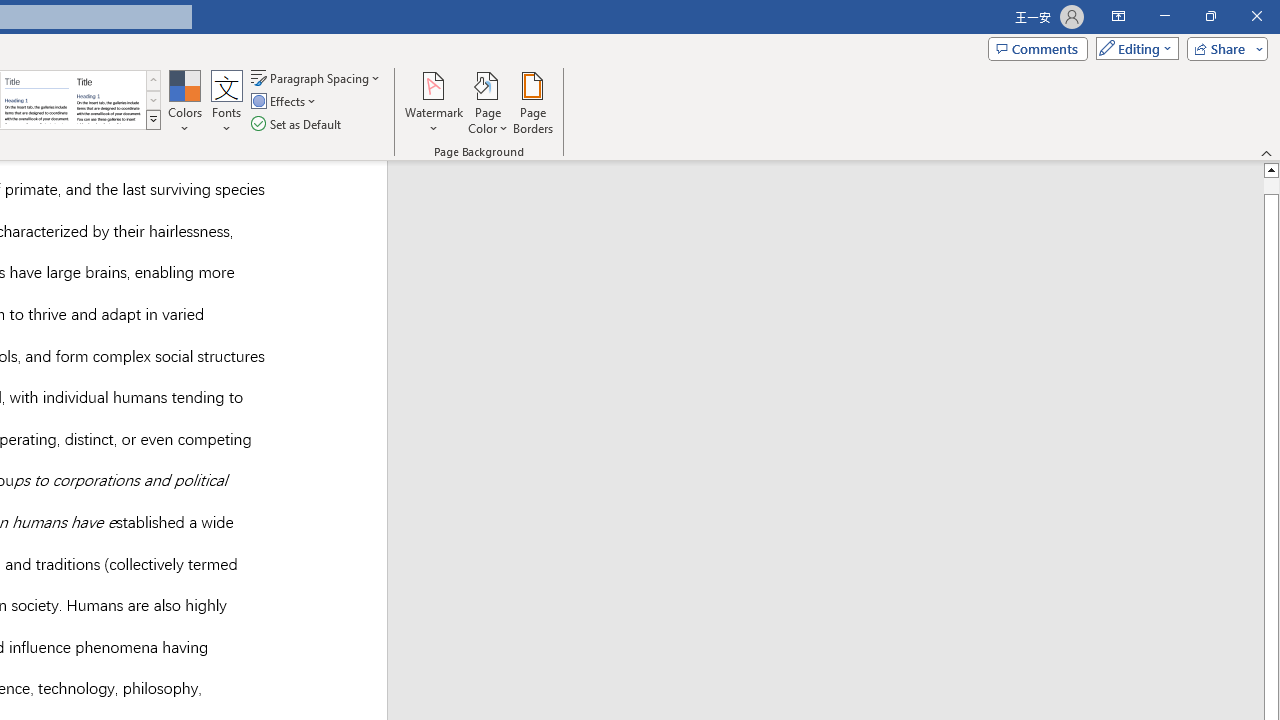 This screenshot has width=1280, height=720. I want to click on 'Colors', so click(184, 103).